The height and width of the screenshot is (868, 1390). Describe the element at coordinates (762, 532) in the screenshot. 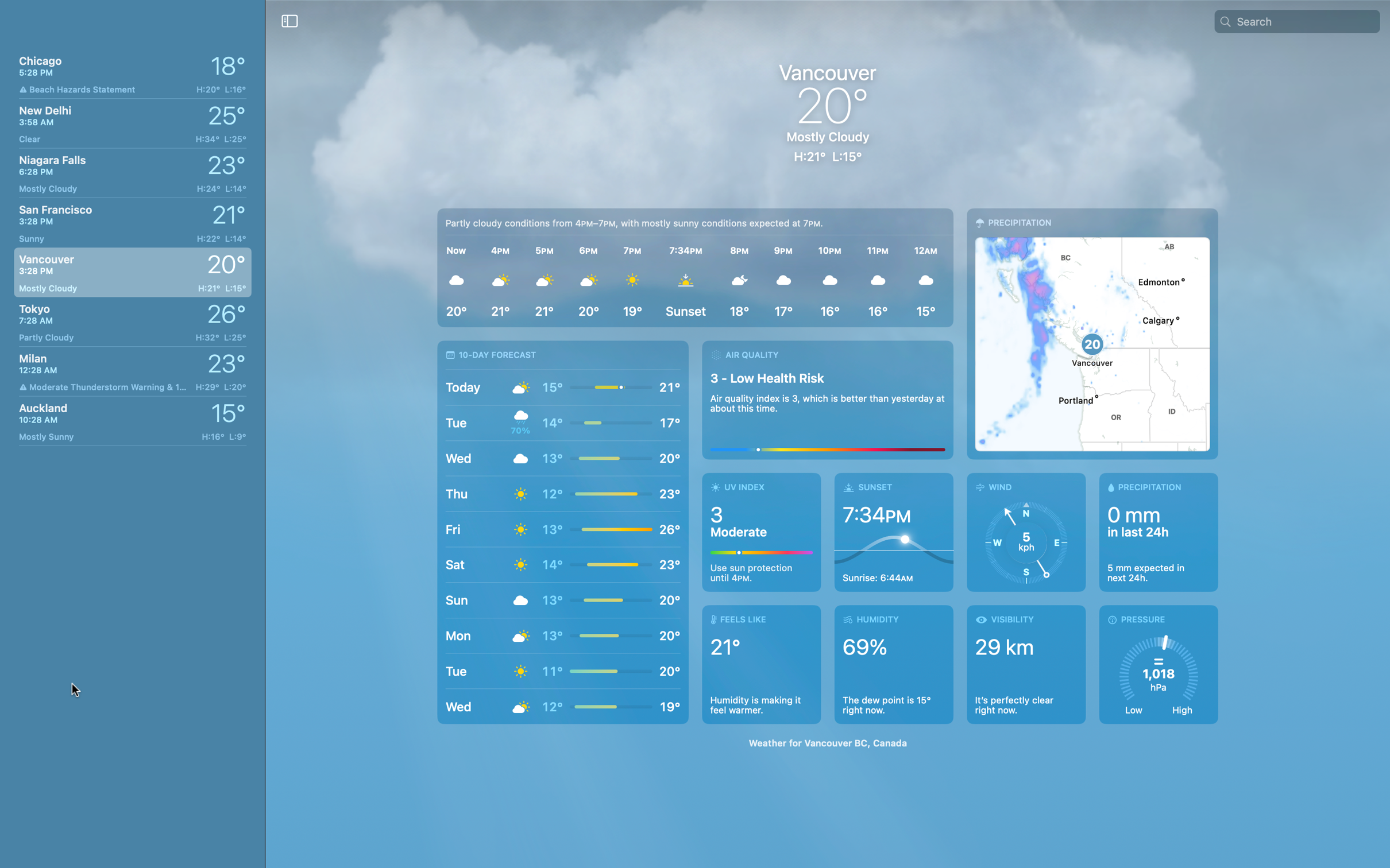

I see `Research today"s UV index in Vancouver` at that location.